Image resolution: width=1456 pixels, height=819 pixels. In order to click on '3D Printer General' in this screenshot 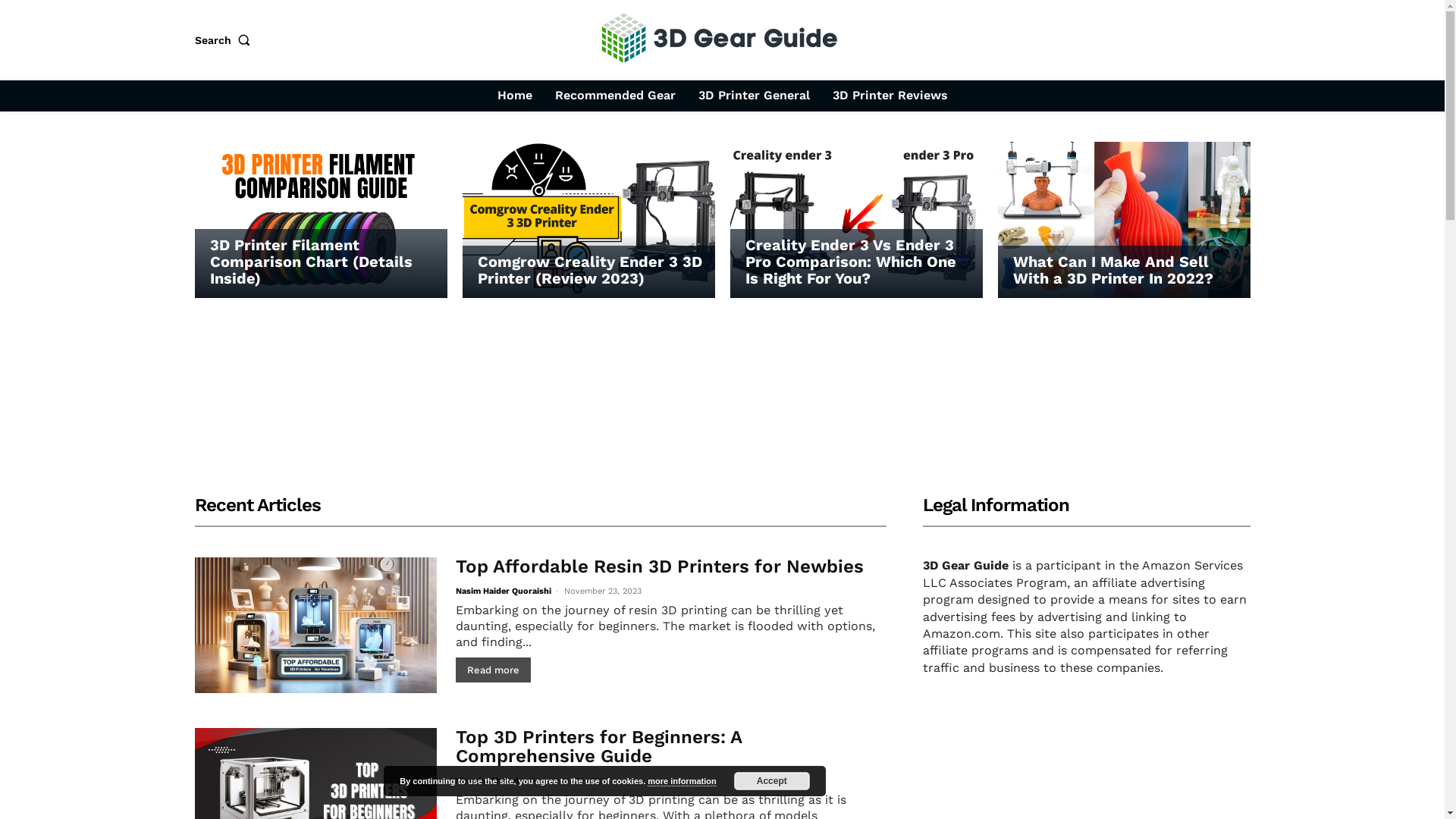, I will do `click(689, 96)`.